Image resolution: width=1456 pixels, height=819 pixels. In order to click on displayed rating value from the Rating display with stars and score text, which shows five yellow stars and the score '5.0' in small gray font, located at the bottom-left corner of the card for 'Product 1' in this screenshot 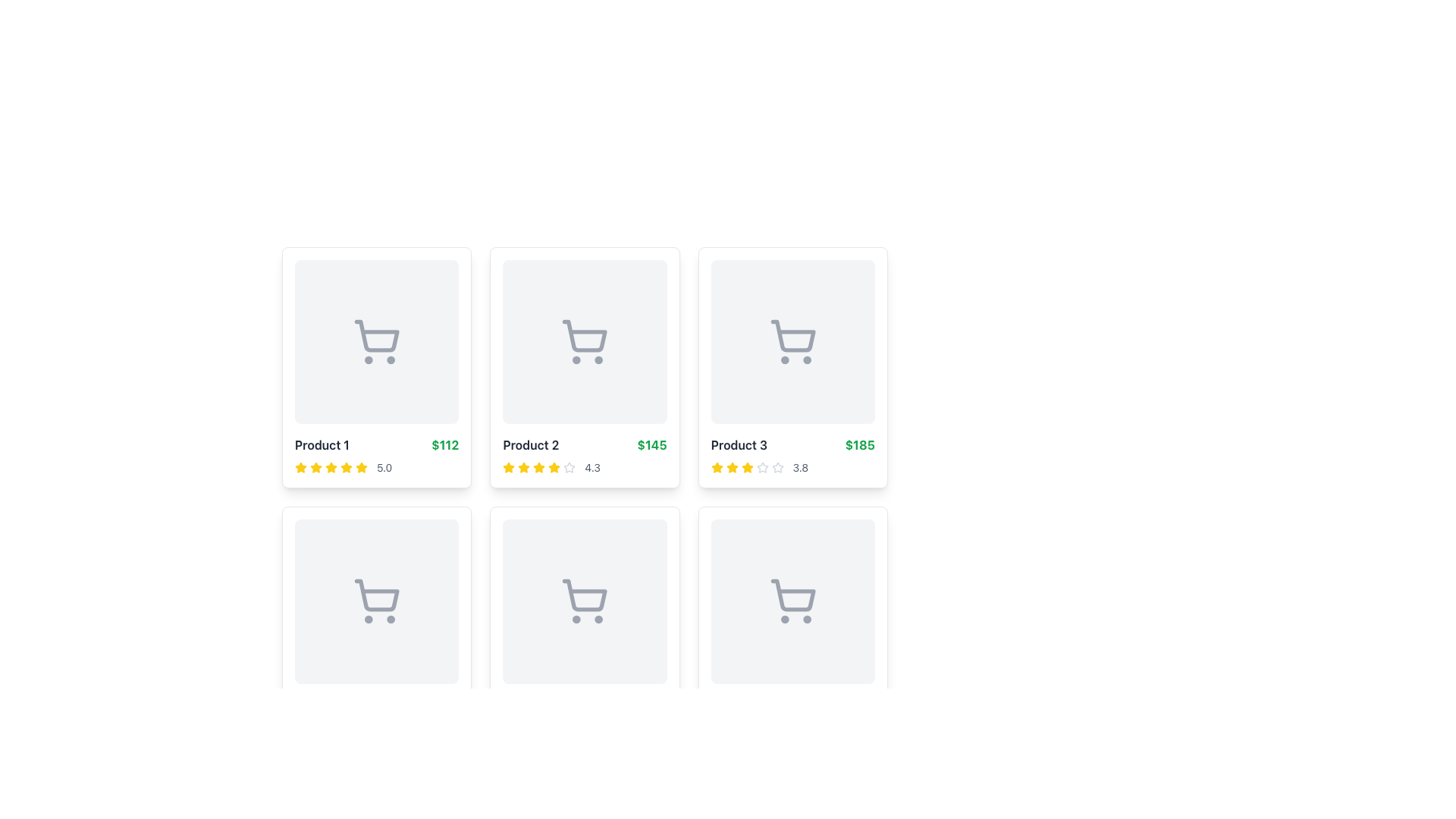, I will do `click(377, 467)`.